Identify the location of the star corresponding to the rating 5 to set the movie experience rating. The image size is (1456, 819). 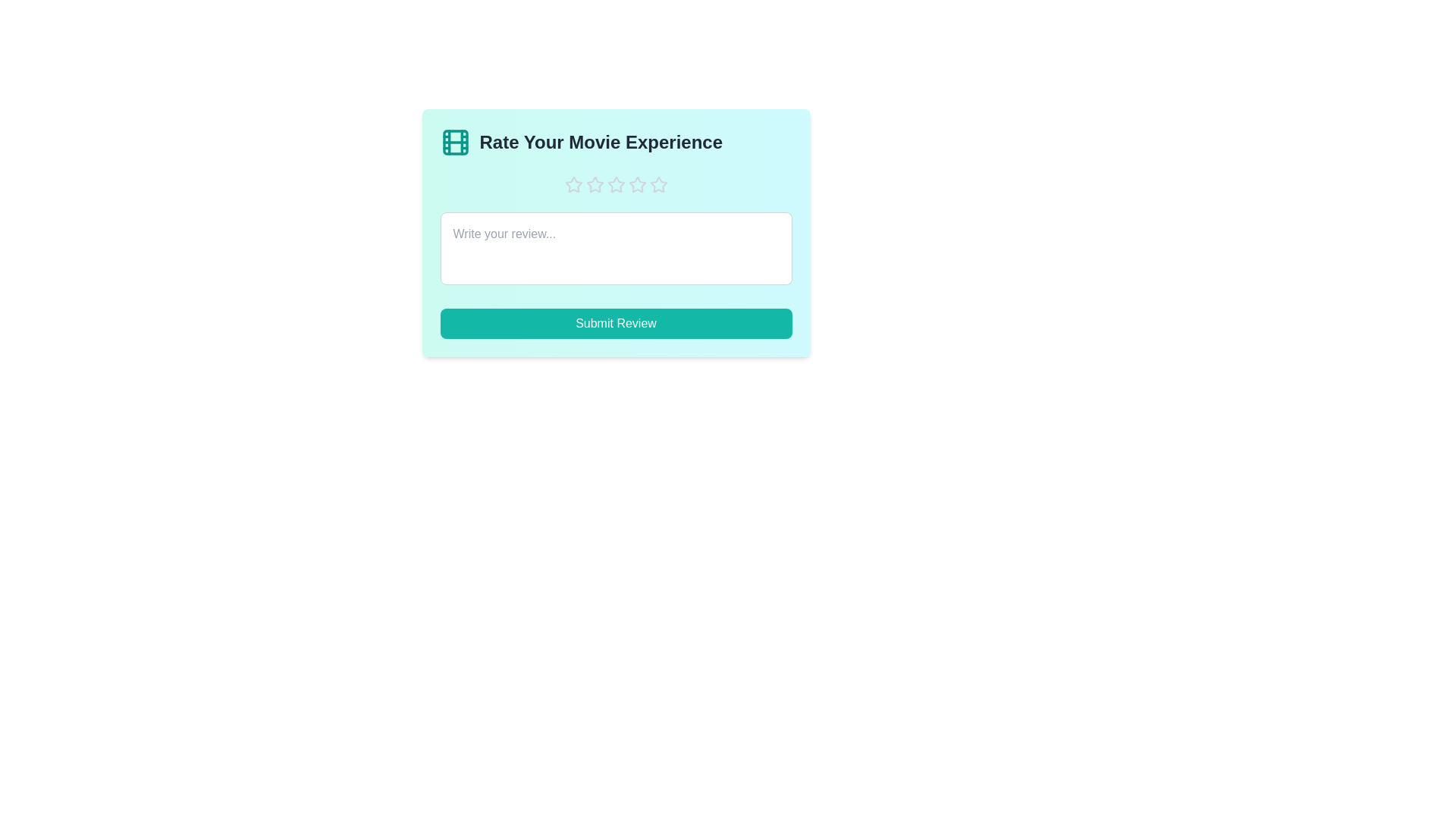
(658, 184).